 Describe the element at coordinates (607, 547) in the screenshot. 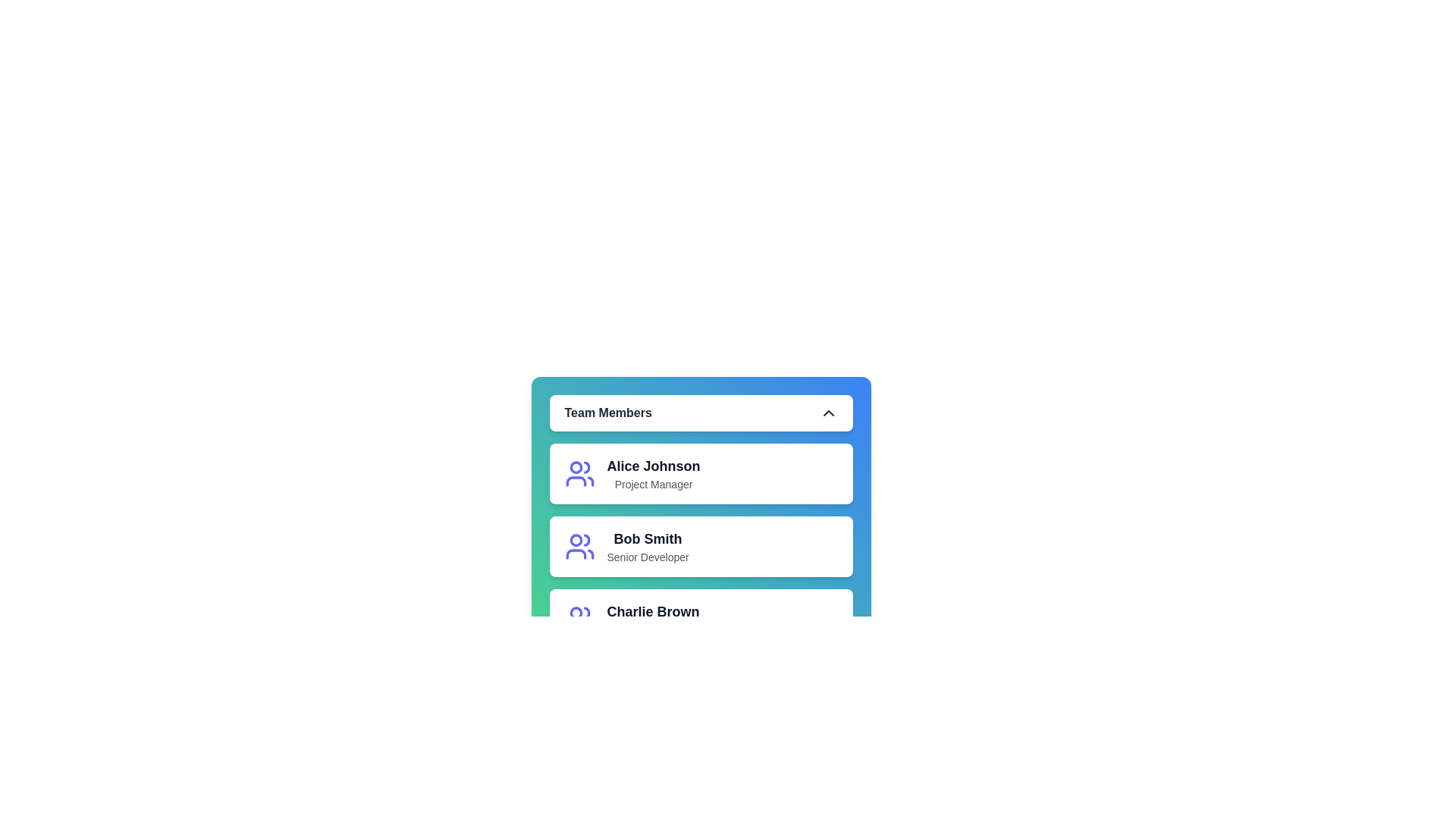

I see `the team member card for Bob Smith` at that location.